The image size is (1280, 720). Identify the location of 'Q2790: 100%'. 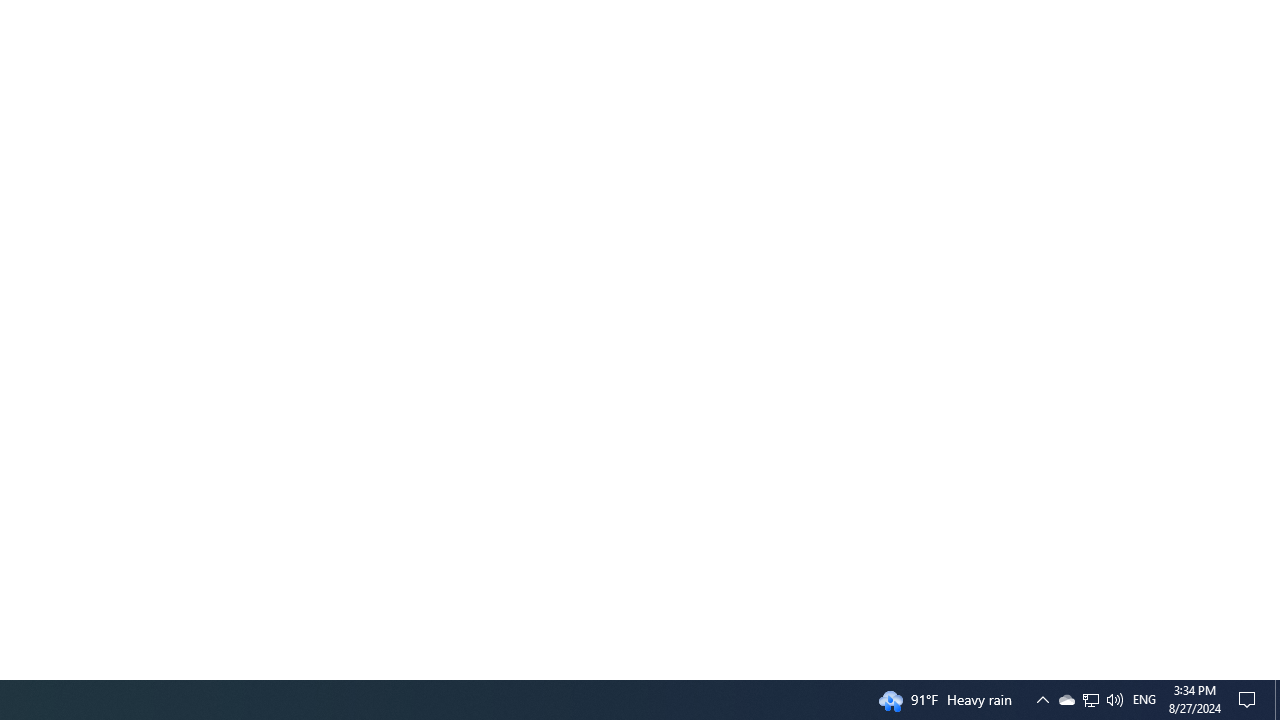
(1113, 698).